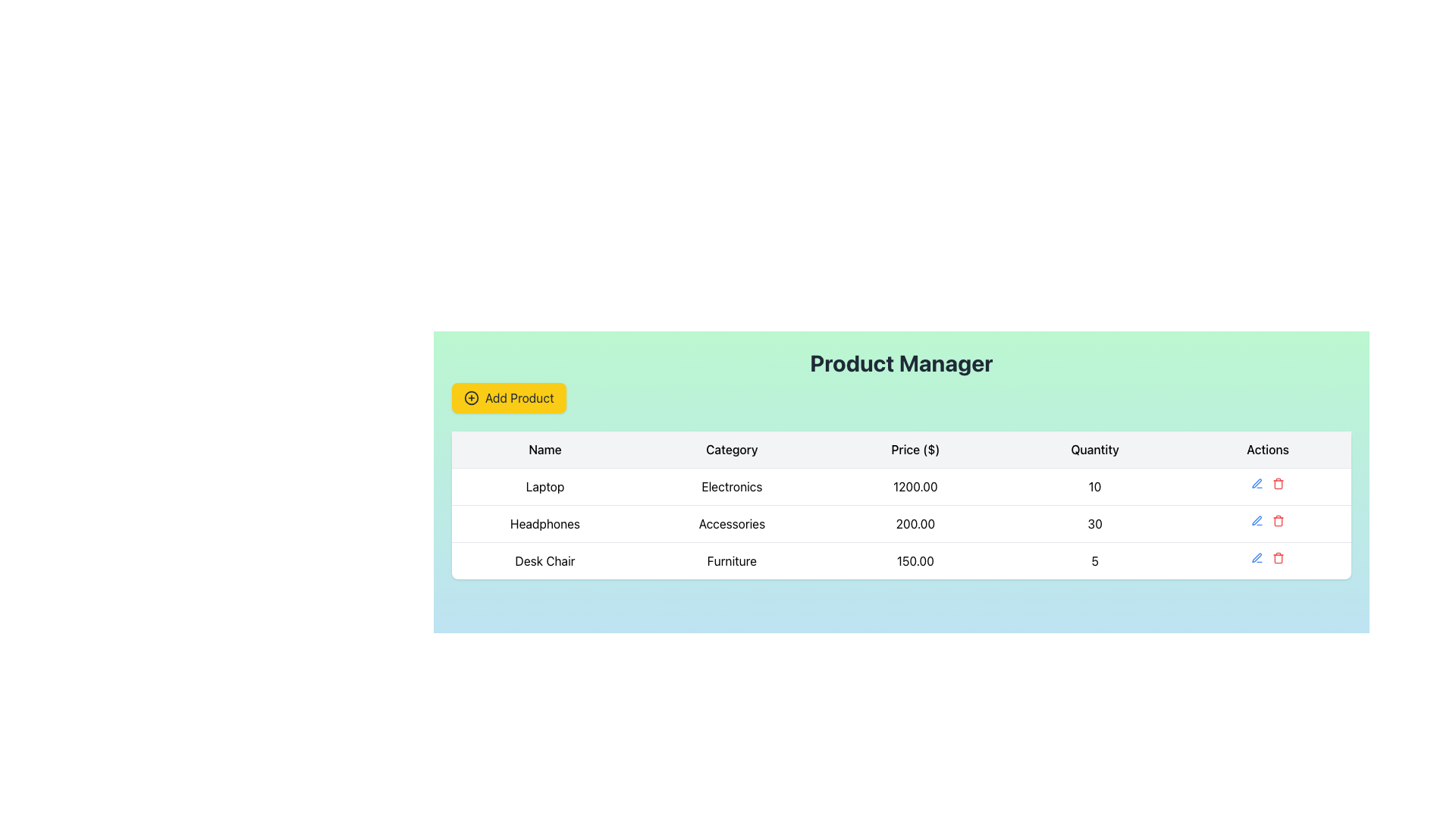  Describe the element at coordinates (519, 397) in the screenshot. I see `the 'Add Product' text label located inside the yellow button` at that location.